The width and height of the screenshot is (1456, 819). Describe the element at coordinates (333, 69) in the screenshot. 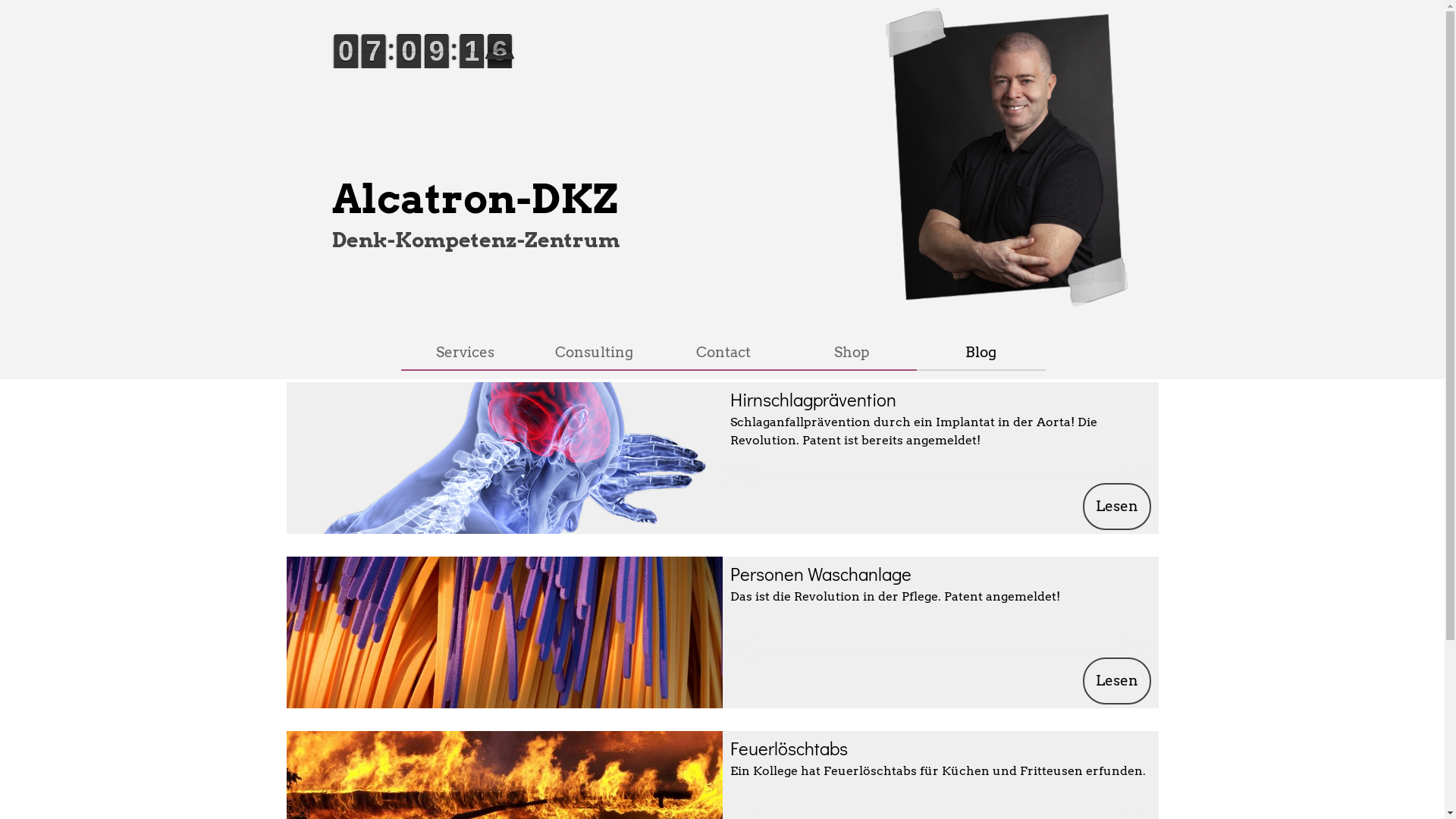

I see `'9` at that location.